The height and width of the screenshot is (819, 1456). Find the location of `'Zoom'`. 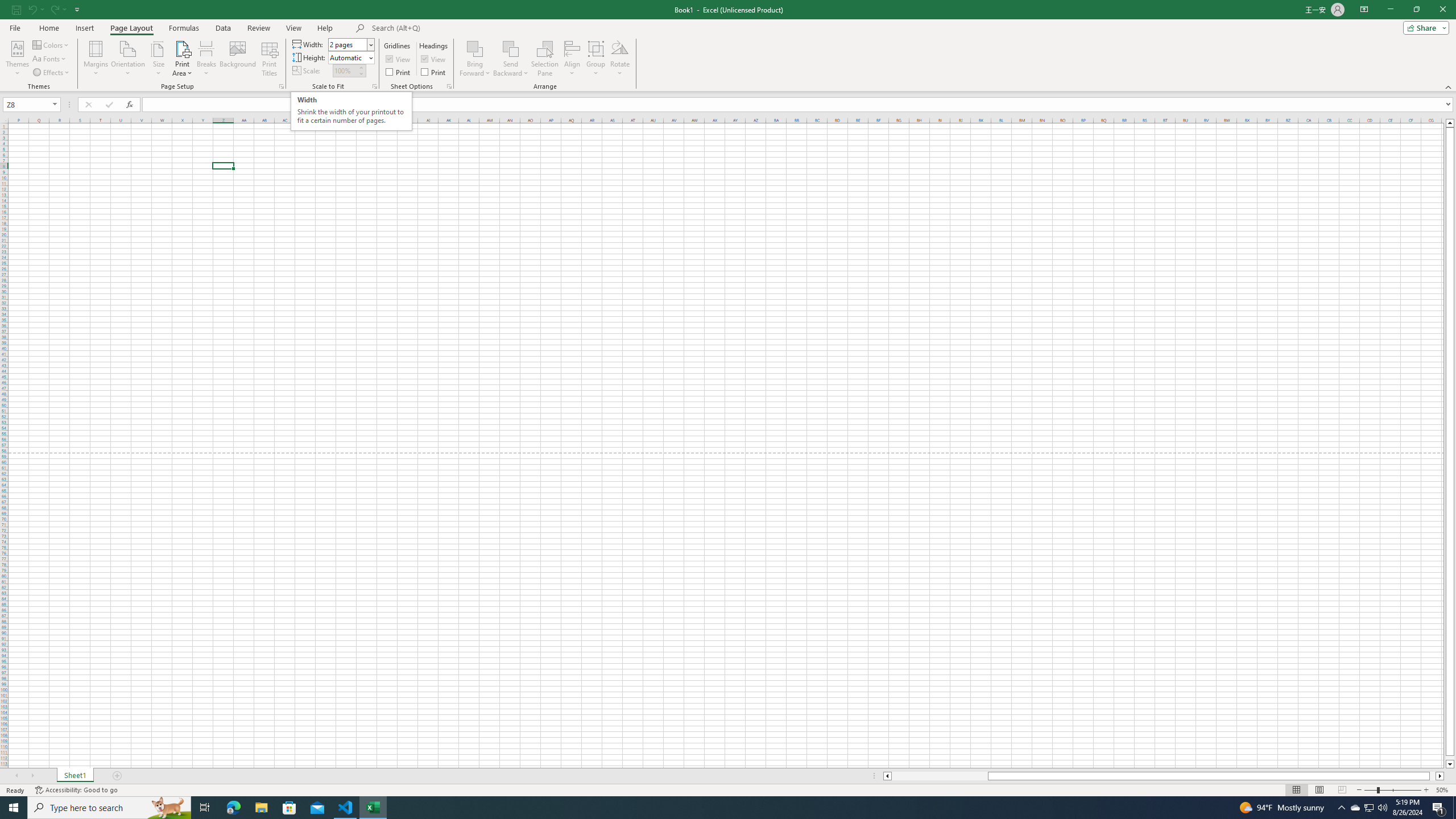

'Zoom' is located at coordinates (1392, 790).